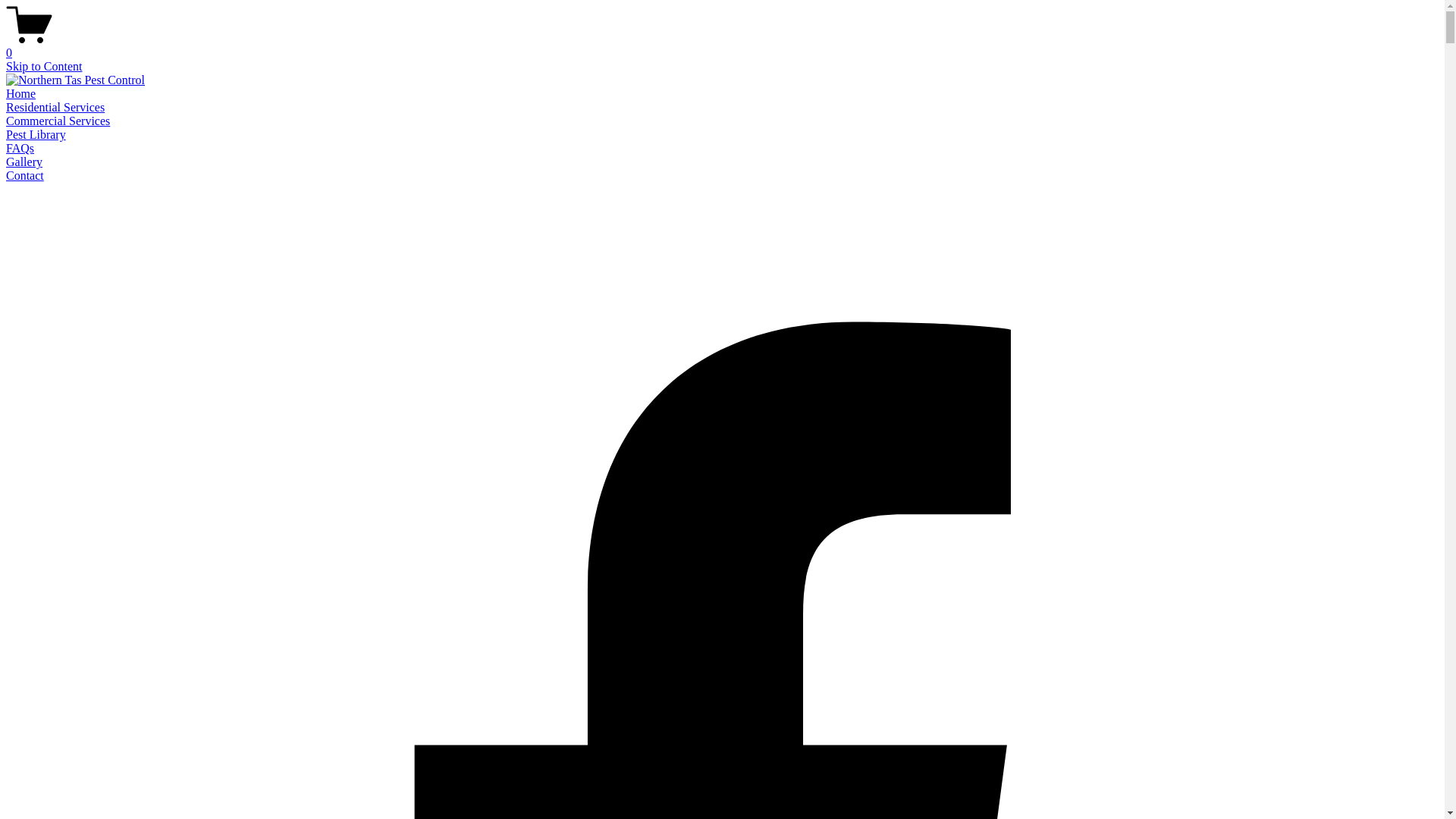  I want to click on '0', so click(6, 45).